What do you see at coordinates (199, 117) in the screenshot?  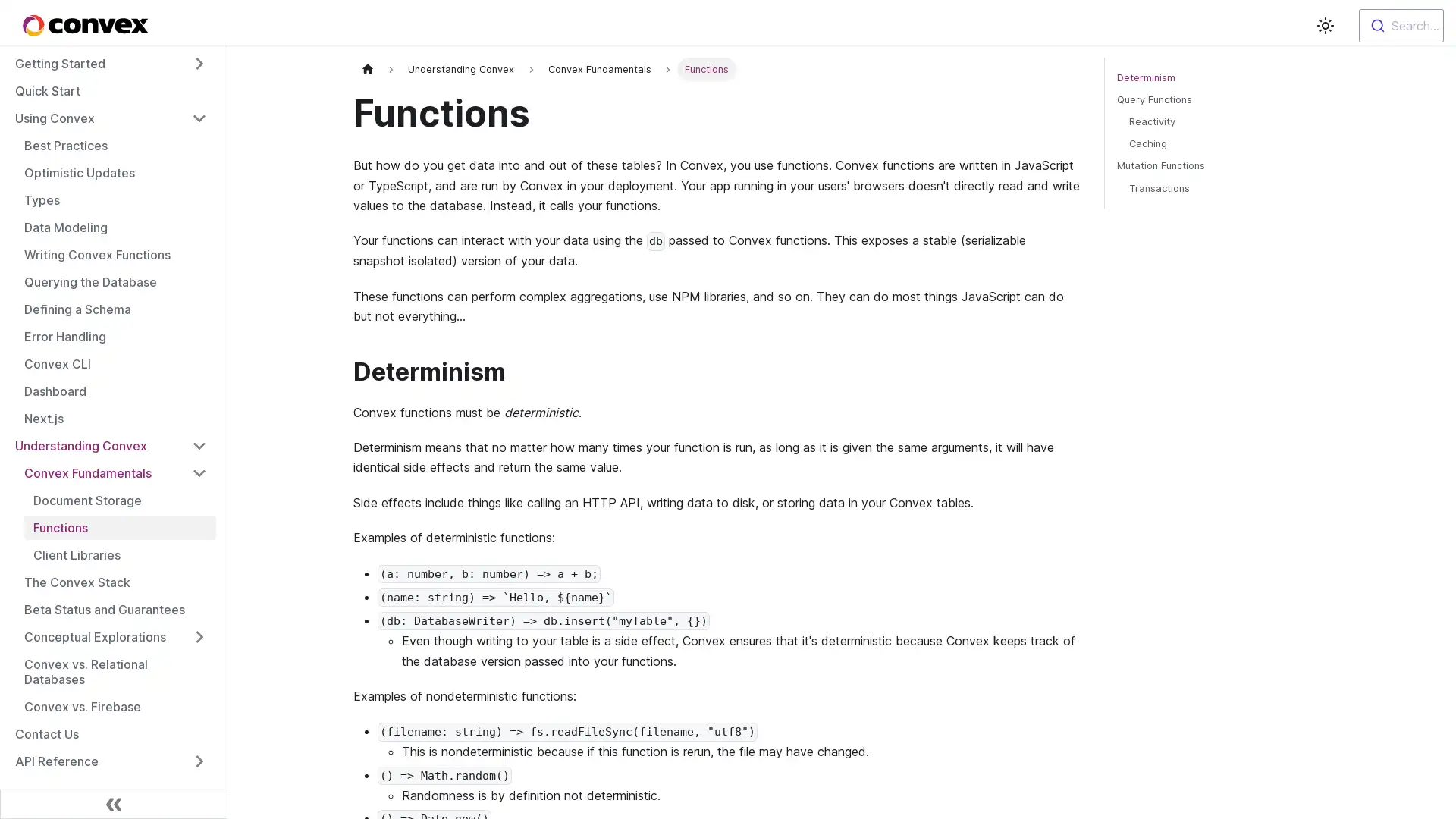 I see `Toggle the collapsible sidebar category 'Using Convex'` at bounding box center [199, 117].